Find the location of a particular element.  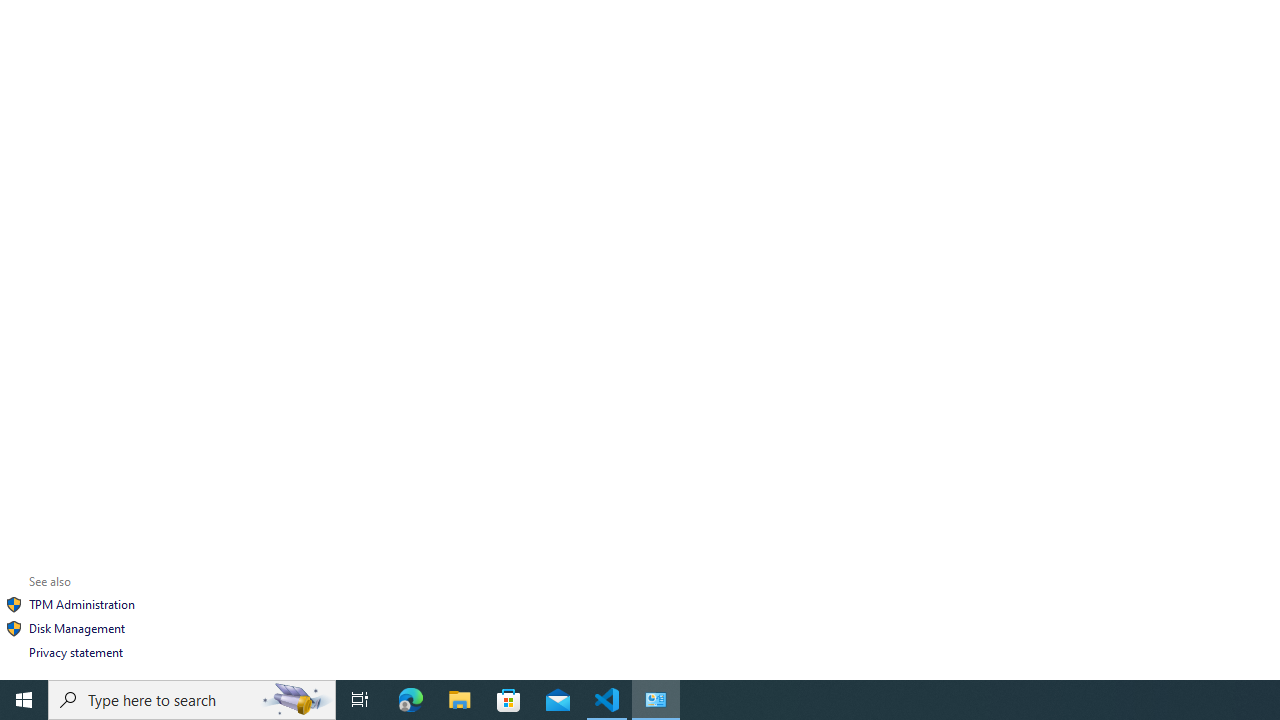

'Visual Studio Code - 1 running window' is located at coordinates (606, 698).